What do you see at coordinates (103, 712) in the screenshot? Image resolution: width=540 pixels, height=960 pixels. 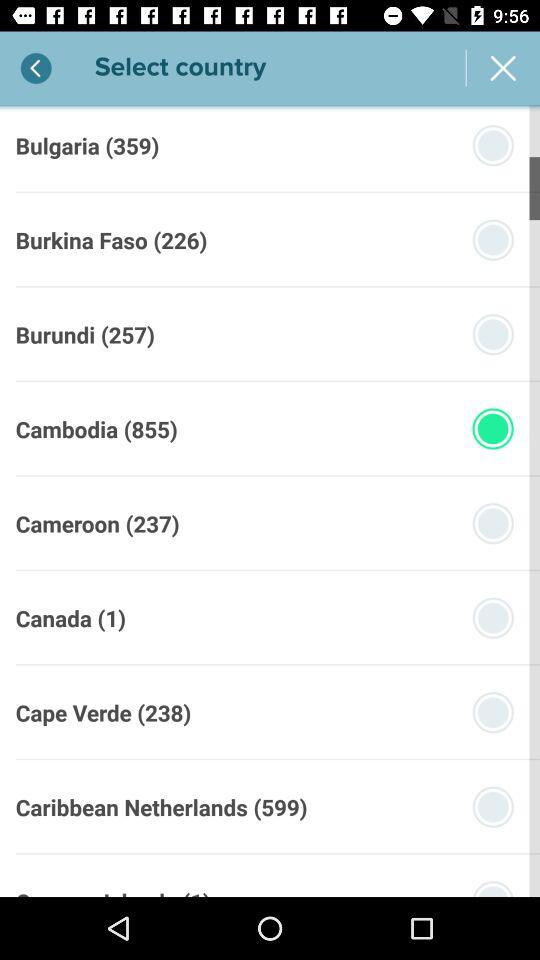 I see `cape verde (238)` at bounding box center [103, 712].